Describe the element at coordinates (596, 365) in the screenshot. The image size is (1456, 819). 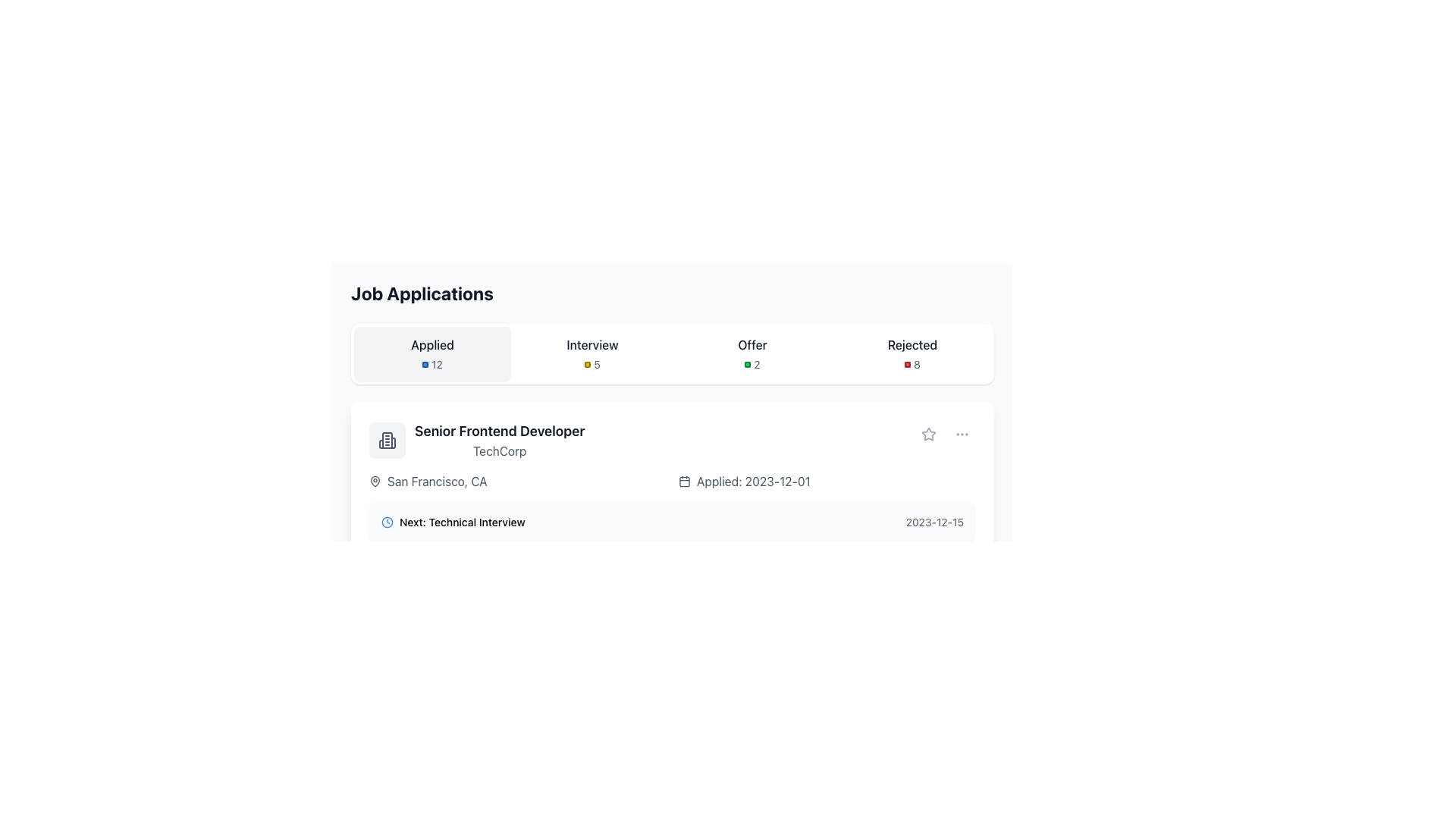
I see `the static text display that indicates the count of interviews within the 'Interview' section of the job application statuses` at that location.